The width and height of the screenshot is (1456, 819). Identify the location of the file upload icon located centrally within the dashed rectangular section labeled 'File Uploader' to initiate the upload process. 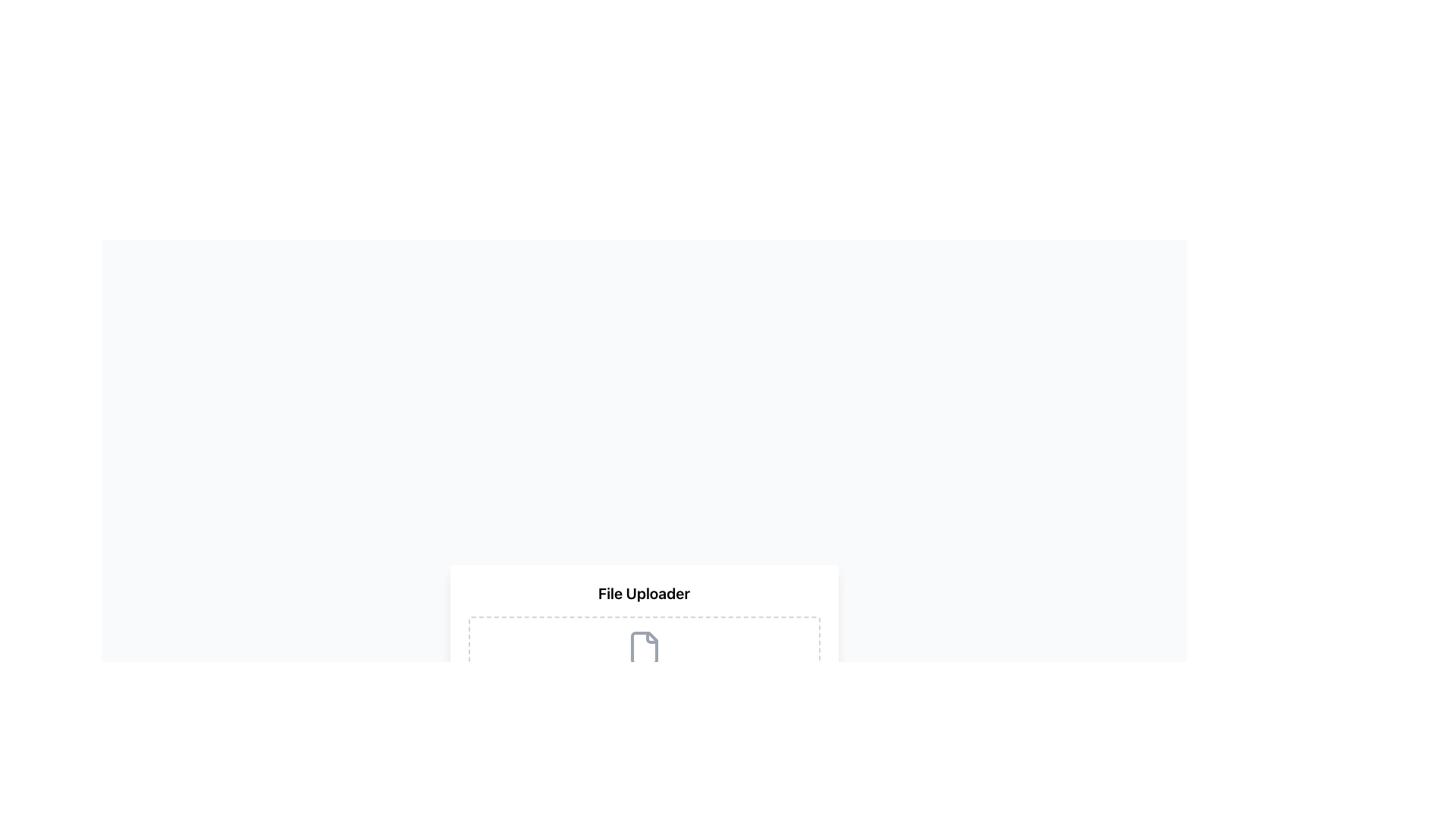
(644, 648).